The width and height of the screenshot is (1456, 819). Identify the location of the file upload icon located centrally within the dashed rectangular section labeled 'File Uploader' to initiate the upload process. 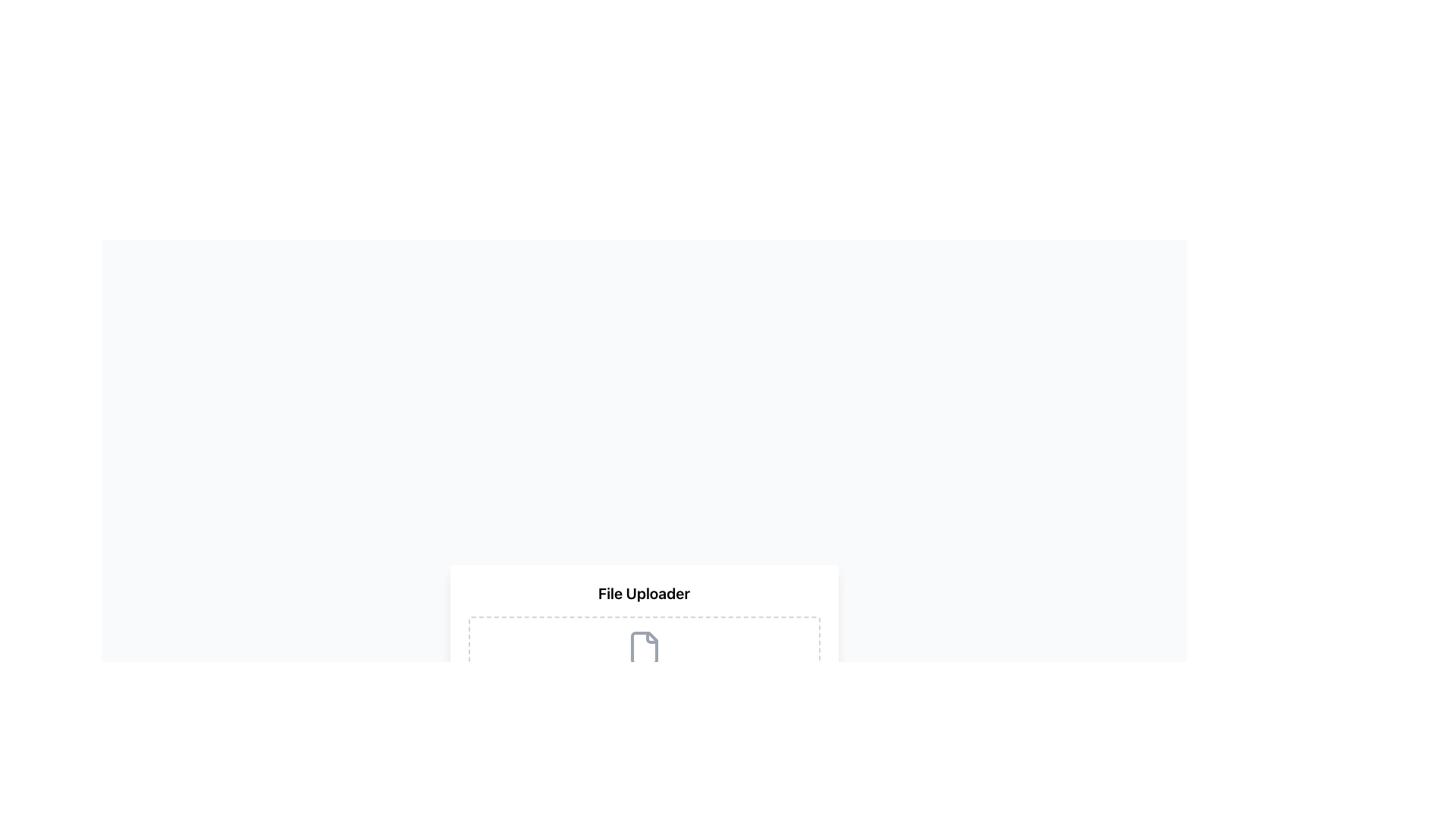
(644, 648).